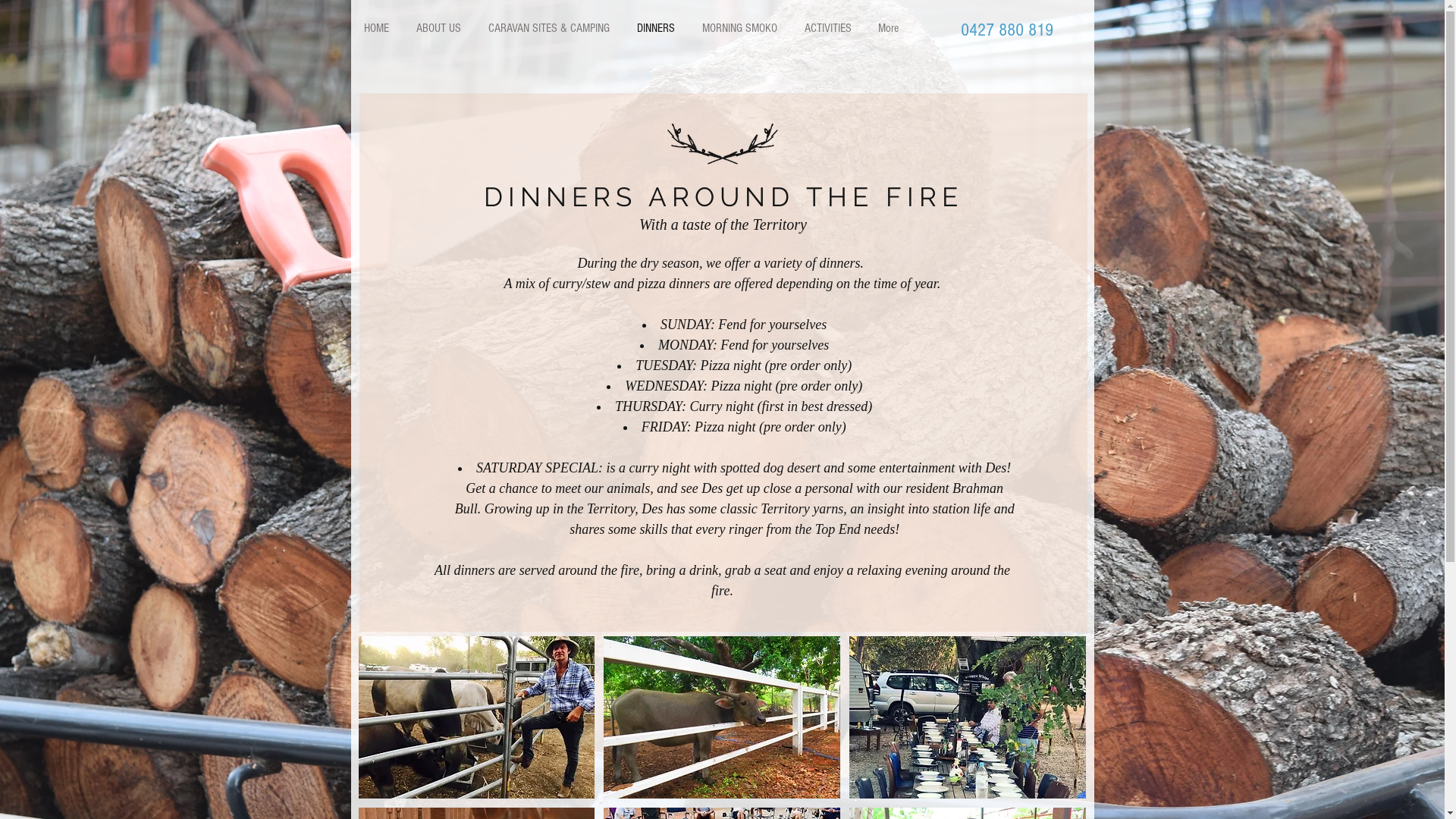  Describe the element at coordinates (826, 28) in the screenshot. I see `'ACTIVITIES'` at that location.